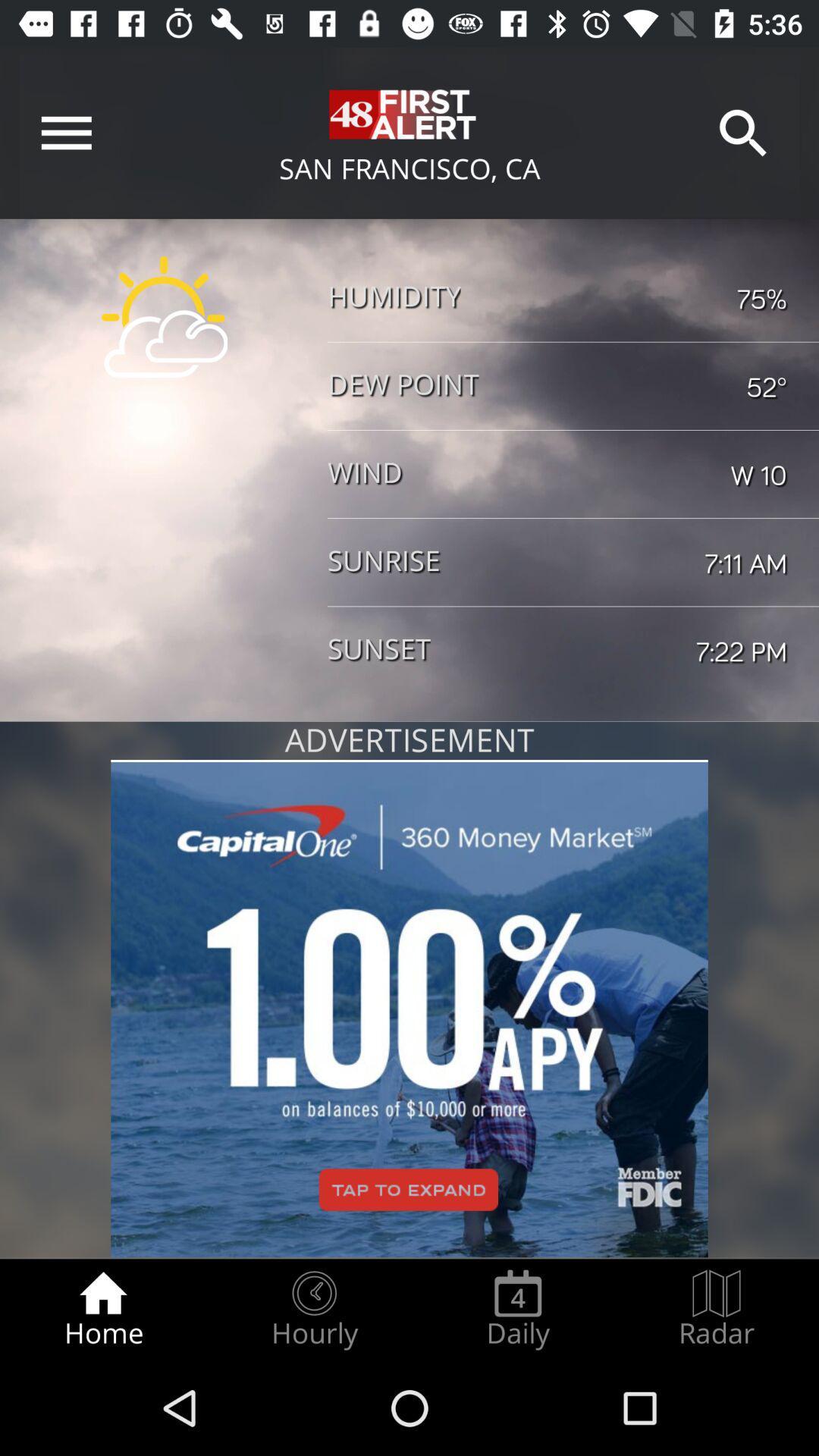 This screenshot has width=819, height=1456. What do you see at coordinates (517, 1309) in the screenshot?
I see `icon next to radar item` at bounding box center [517, 1309].